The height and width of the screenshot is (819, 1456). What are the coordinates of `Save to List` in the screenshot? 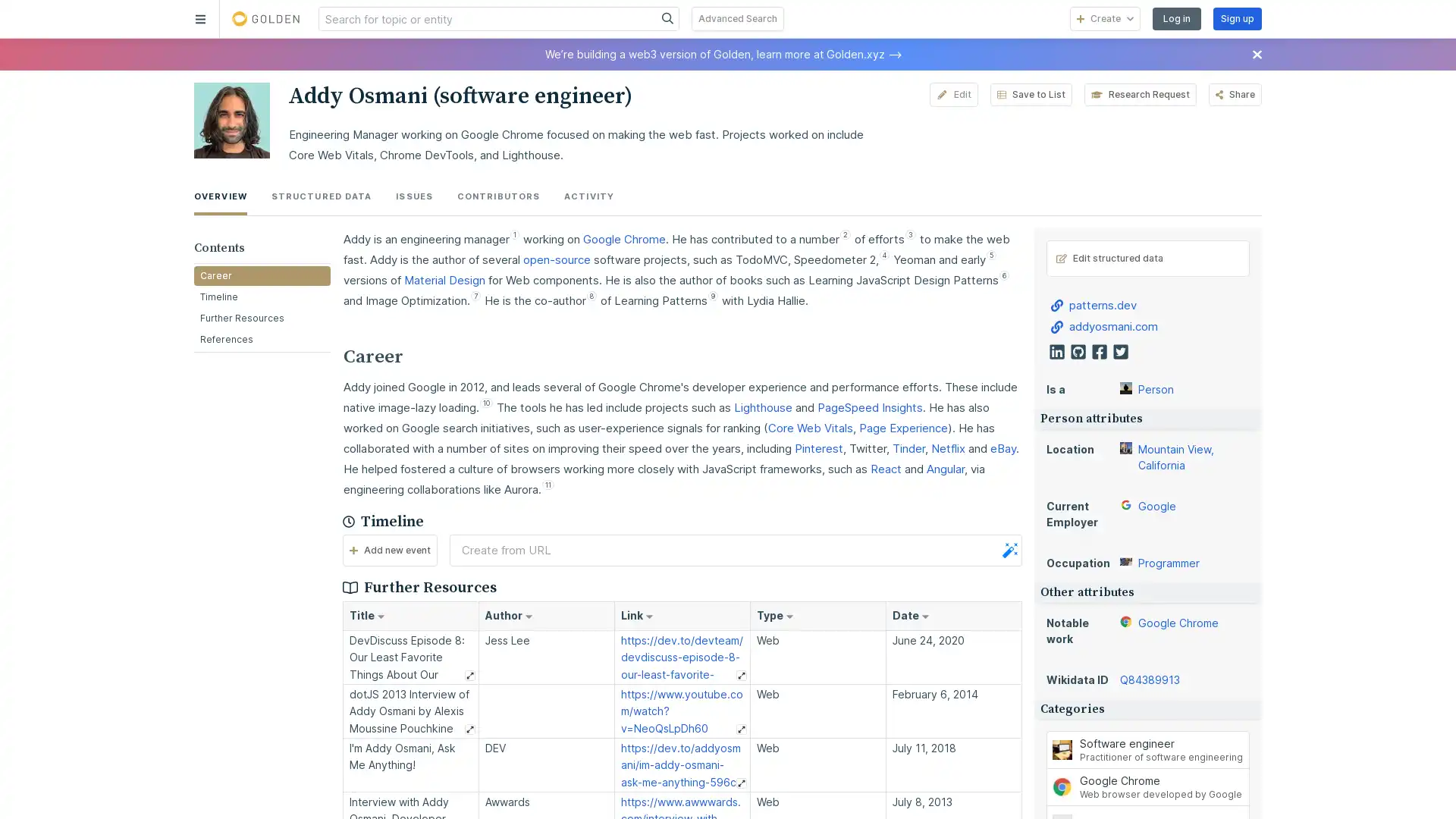 It's located at (1030, 94).